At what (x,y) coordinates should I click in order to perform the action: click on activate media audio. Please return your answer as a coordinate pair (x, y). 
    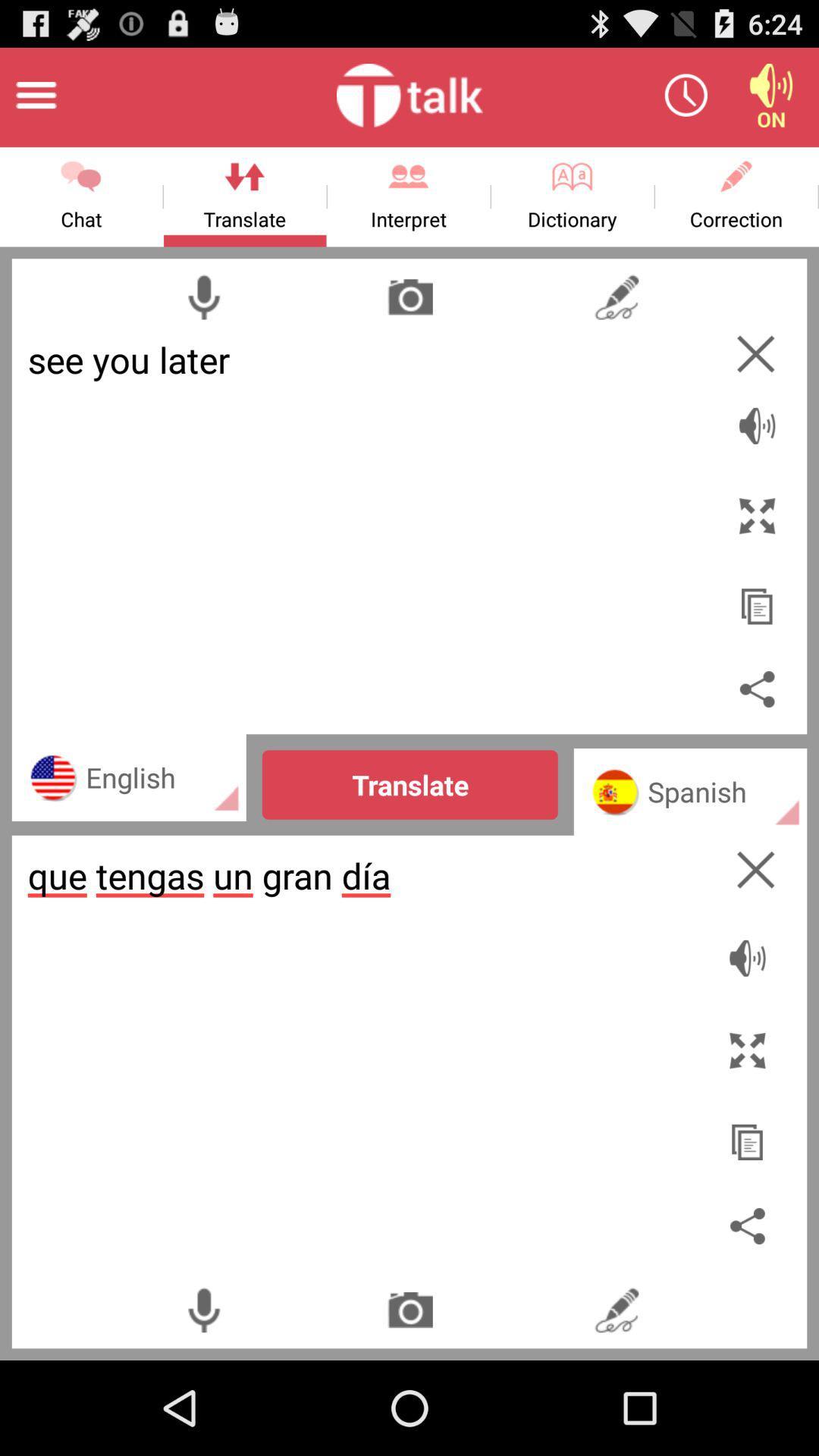
    Looking at the image, I should click on (771, 94).